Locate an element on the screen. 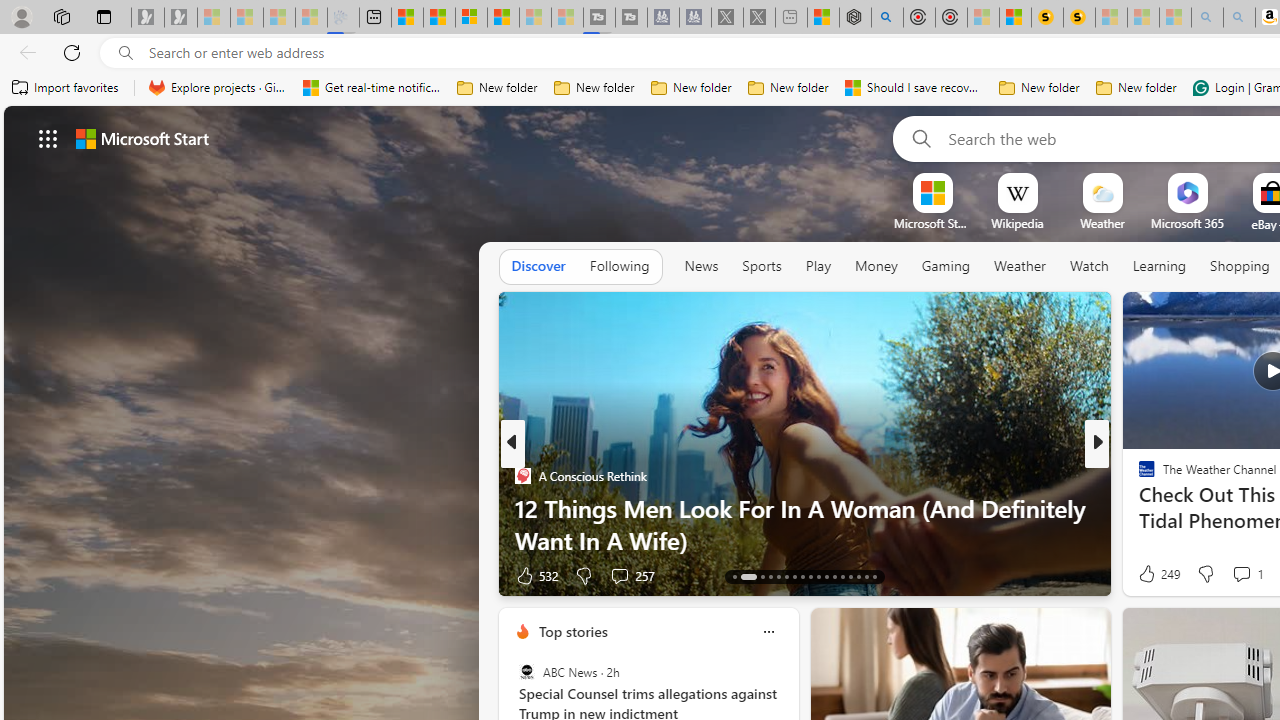 The image size is (1280, 720). 'Forge of Empires' is located at coordinates (1175, 506).